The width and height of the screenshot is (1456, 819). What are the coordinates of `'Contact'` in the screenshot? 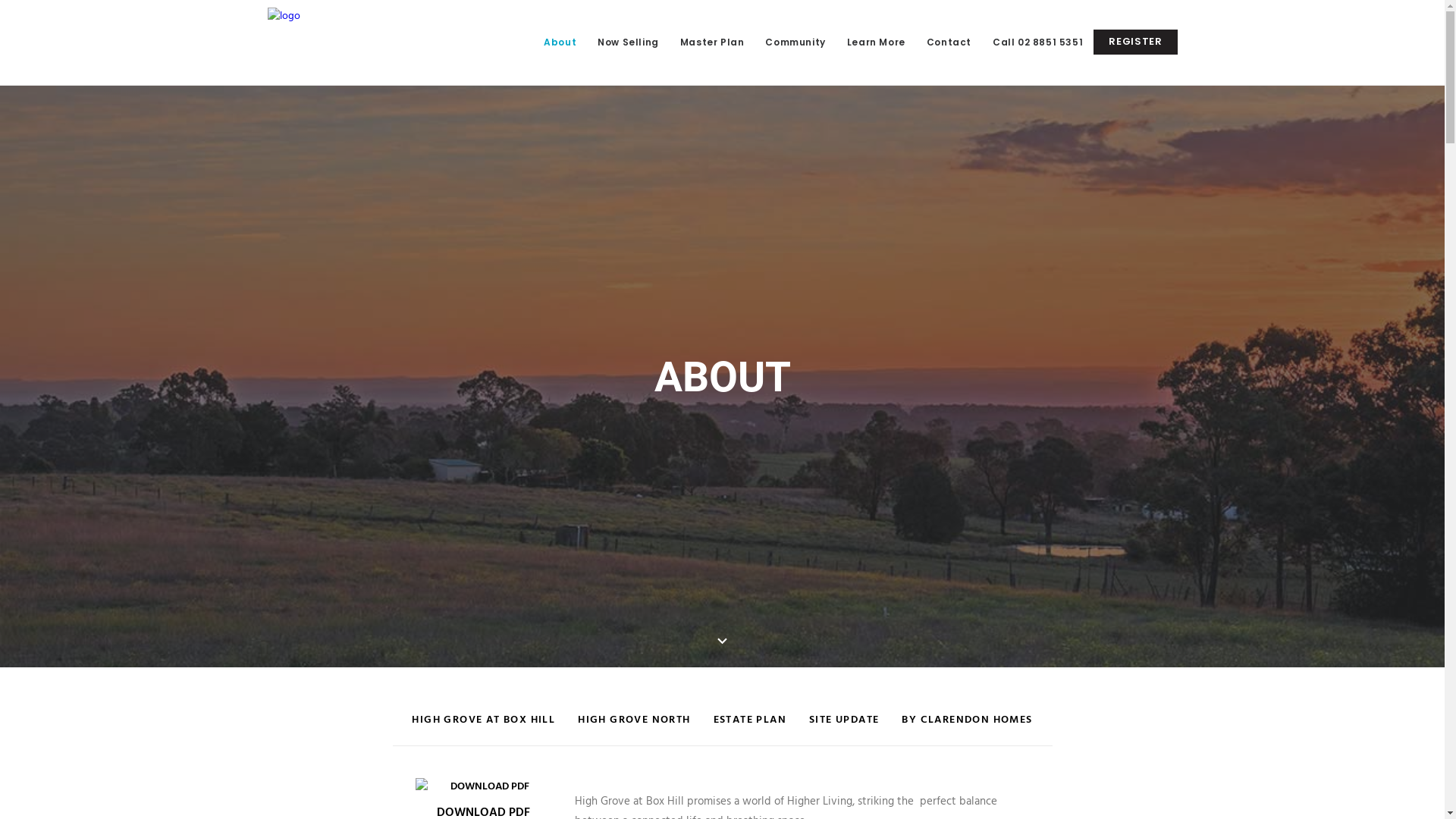 It's located at (948, 42).